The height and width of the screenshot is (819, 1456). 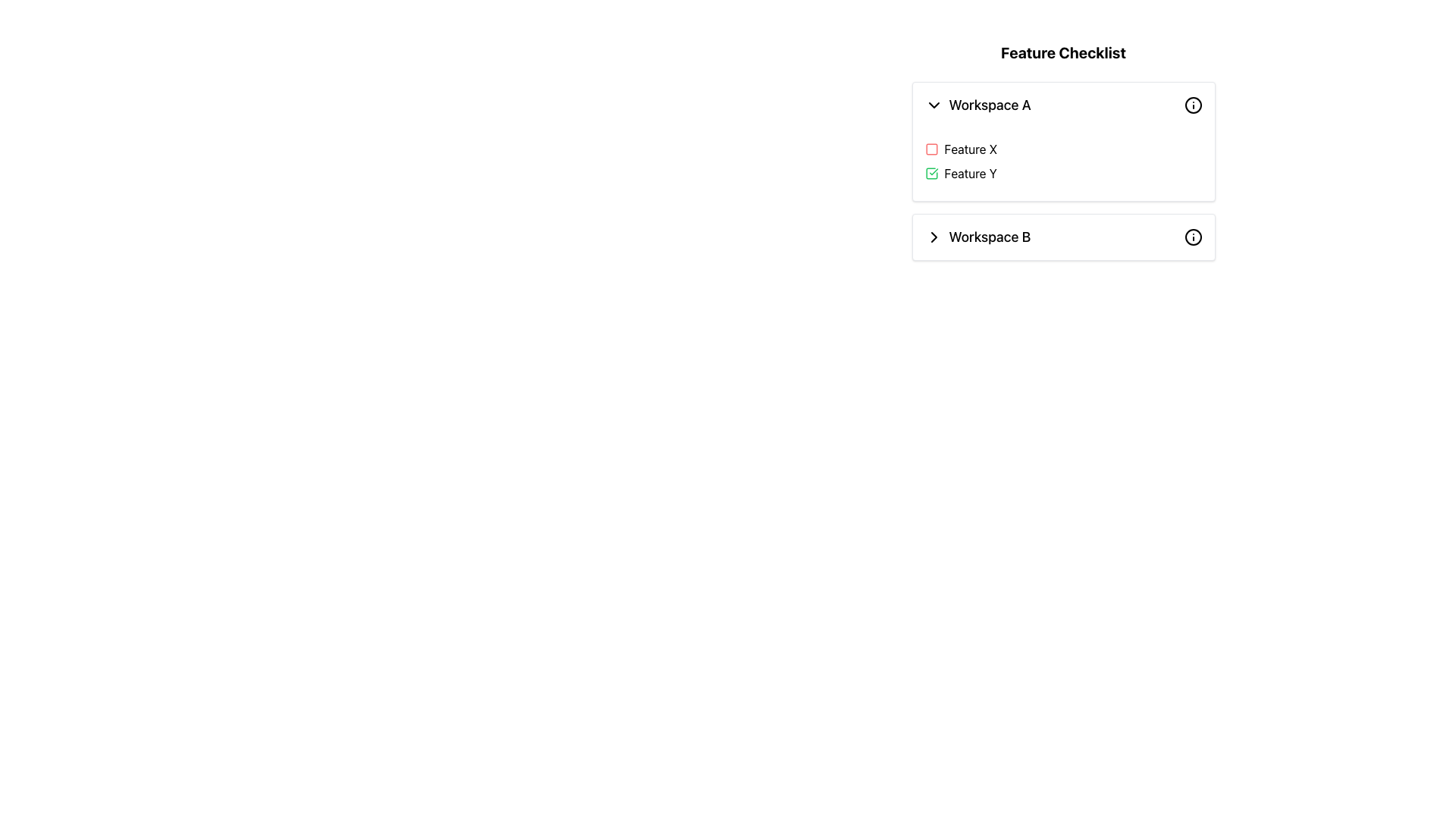 What do you see at coordinates (1192, 237) in the screenshot?
I see `the circular icon with a hollow center and a small centered dot, located at the far right of the 'Workspace B' row` at bounding box center [1192, 237].